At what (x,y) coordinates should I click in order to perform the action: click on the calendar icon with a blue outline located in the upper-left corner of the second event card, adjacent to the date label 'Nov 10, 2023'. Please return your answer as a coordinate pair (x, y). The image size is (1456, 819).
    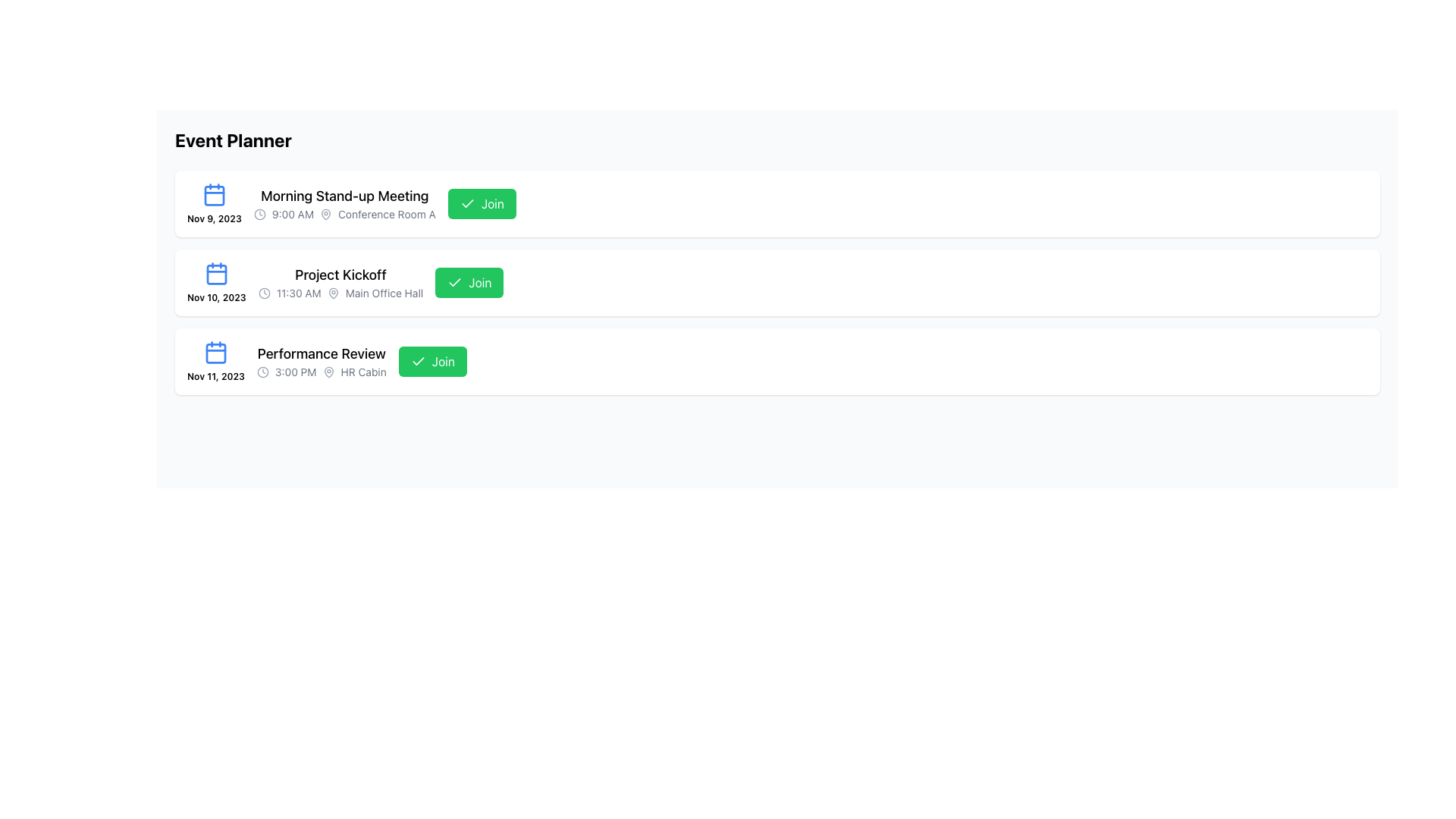
    Looking at the image, I should click on (215, 274).